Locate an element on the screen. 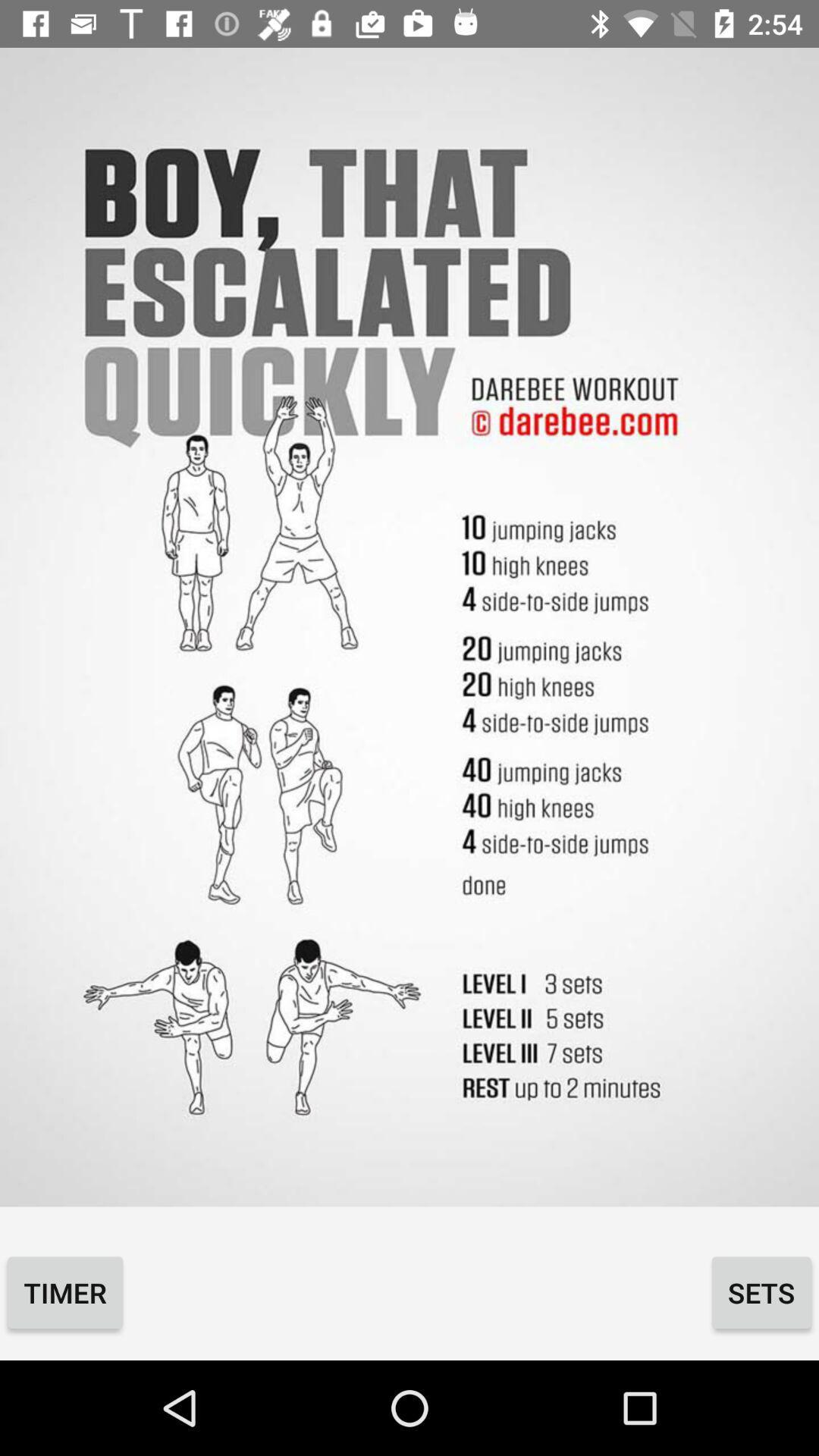  the sets at the bottom right corner is located at coordinates (761, 1291).